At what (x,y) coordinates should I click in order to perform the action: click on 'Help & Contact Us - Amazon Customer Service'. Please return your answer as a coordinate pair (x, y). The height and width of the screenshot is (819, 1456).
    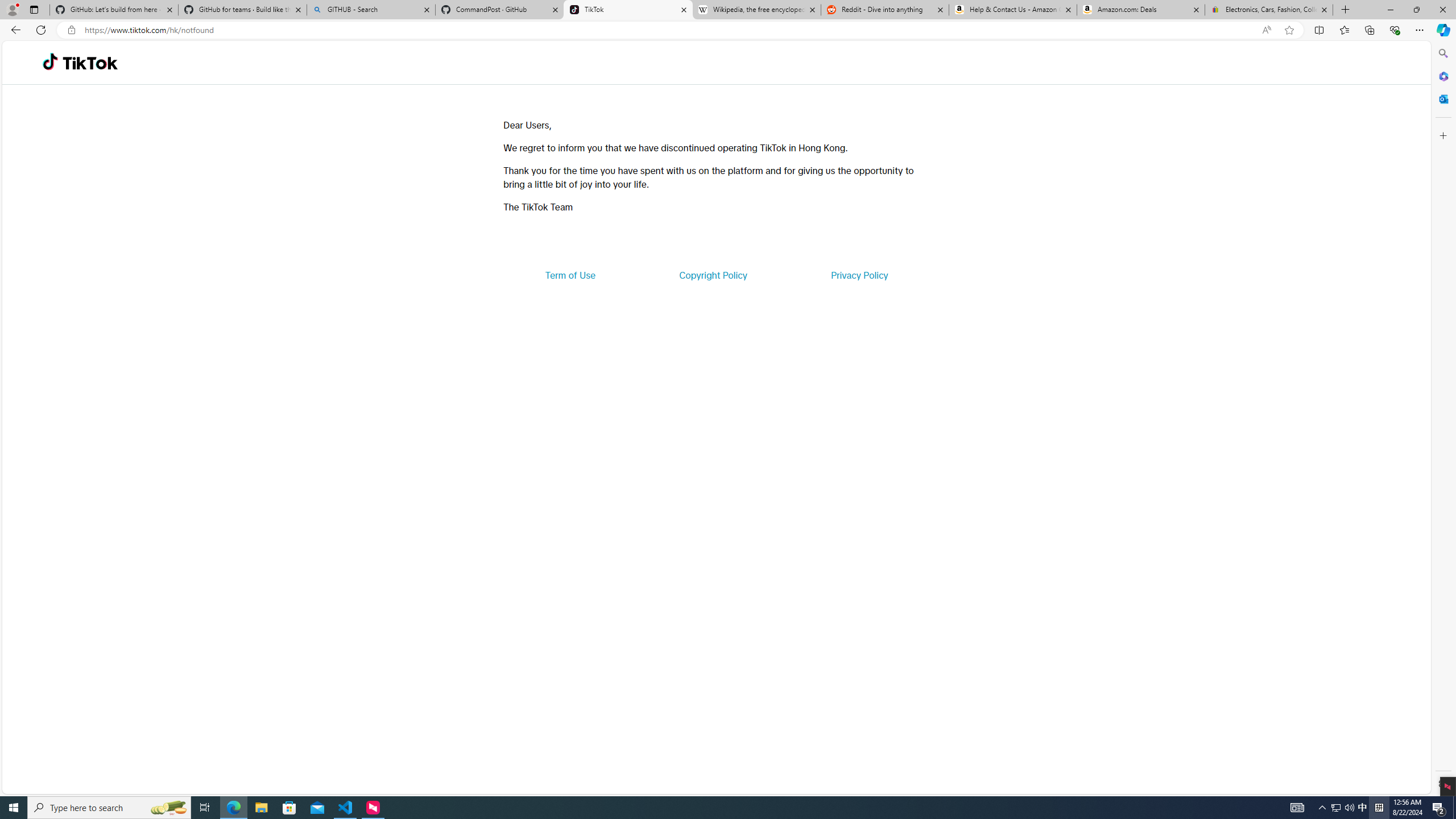
    Looking at the image, I should click on (1012, 9).